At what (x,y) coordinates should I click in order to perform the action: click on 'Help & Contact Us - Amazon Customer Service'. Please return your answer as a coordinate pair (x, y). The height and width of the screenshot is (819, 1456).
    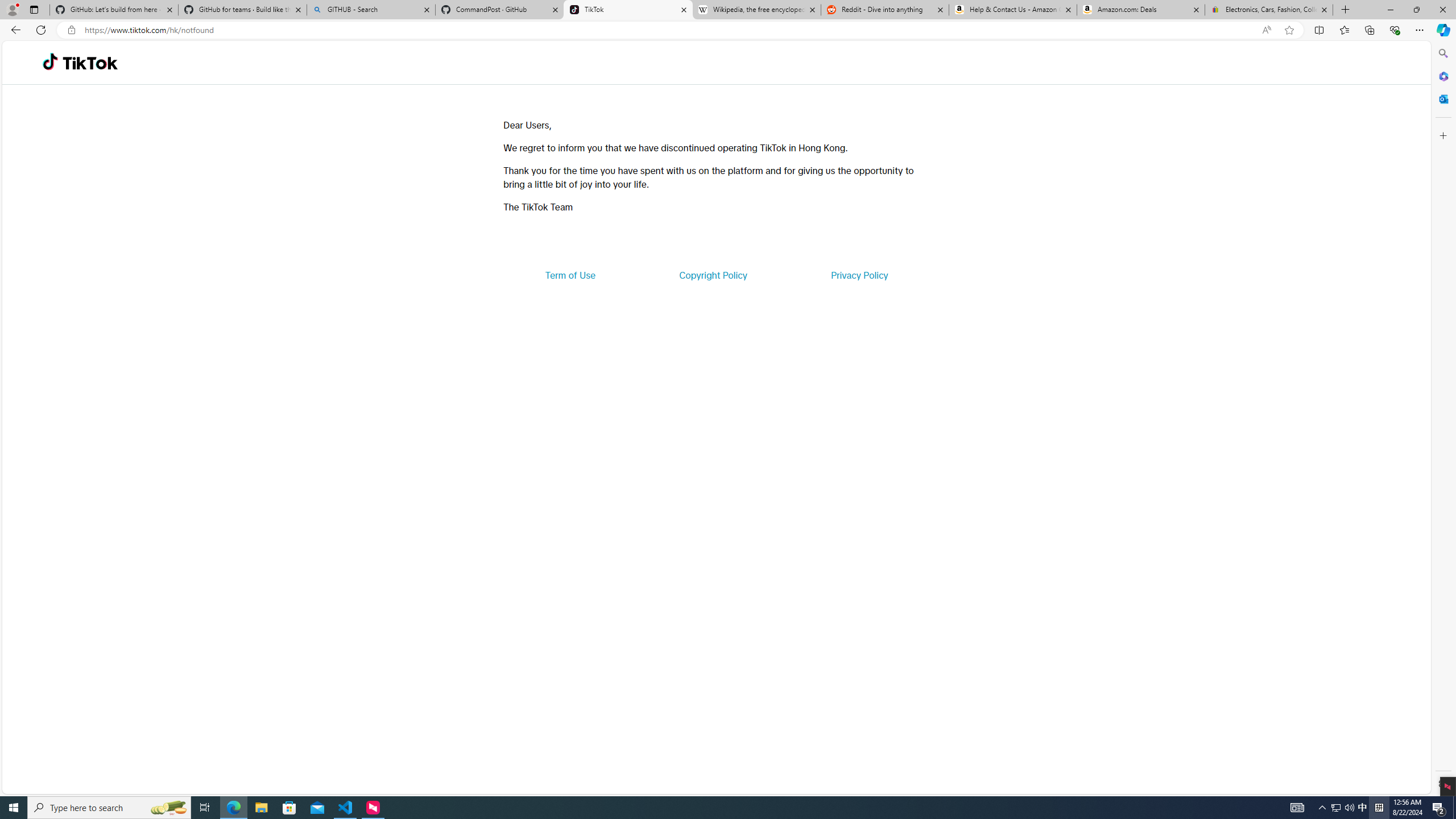
    Looking at the image, I should click on (1012, 9).